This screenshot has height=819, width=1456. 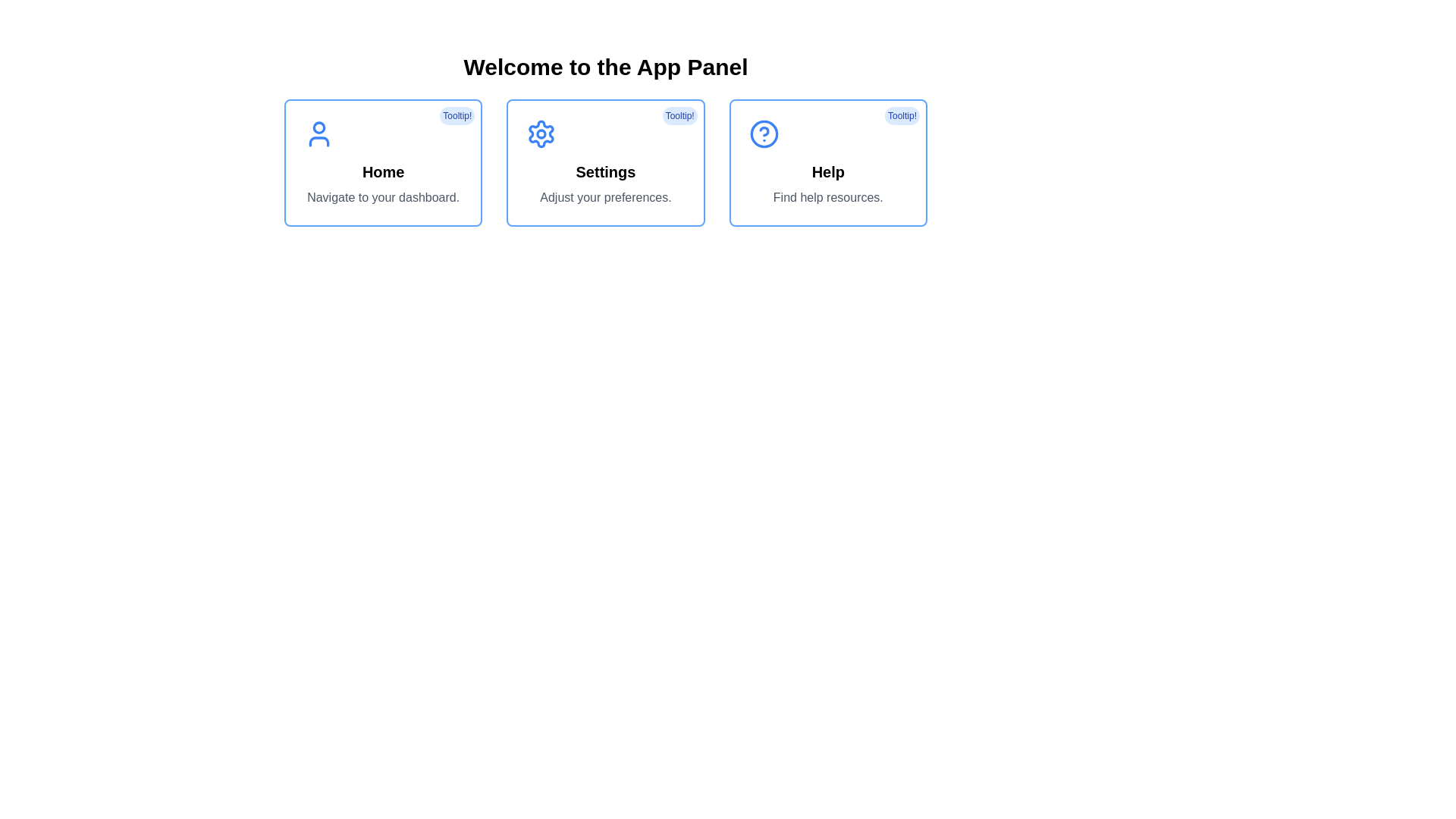 I want to click on the Text Label in the Help section, which is positioned below the question mark icon and above the text 'Find help resources', so click(x=827, y=171).